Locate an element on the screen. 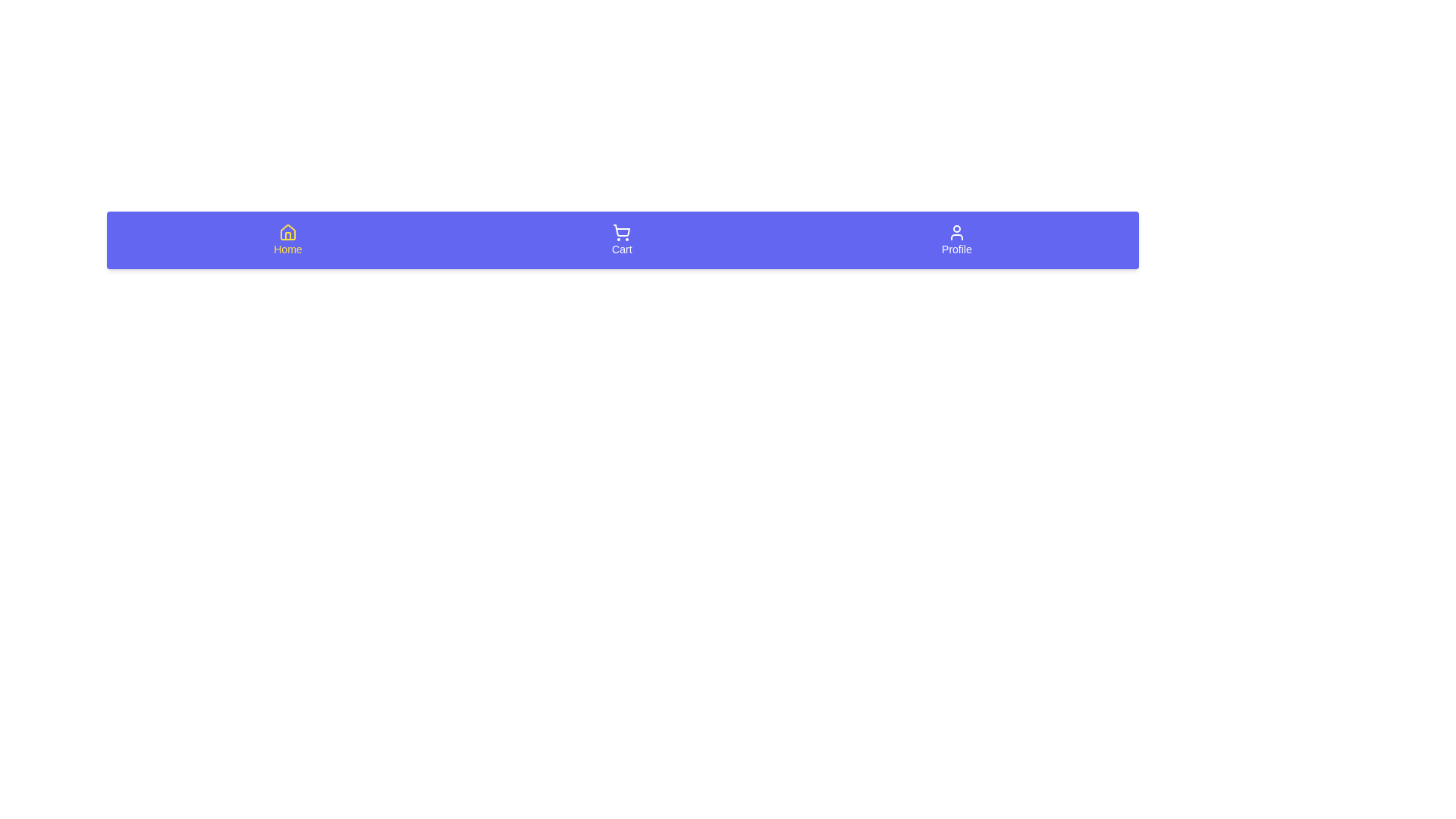 This screenshot has width=1456, height=819. the Home tab in the bottom navigation bar is located at coordinates (287, 239).